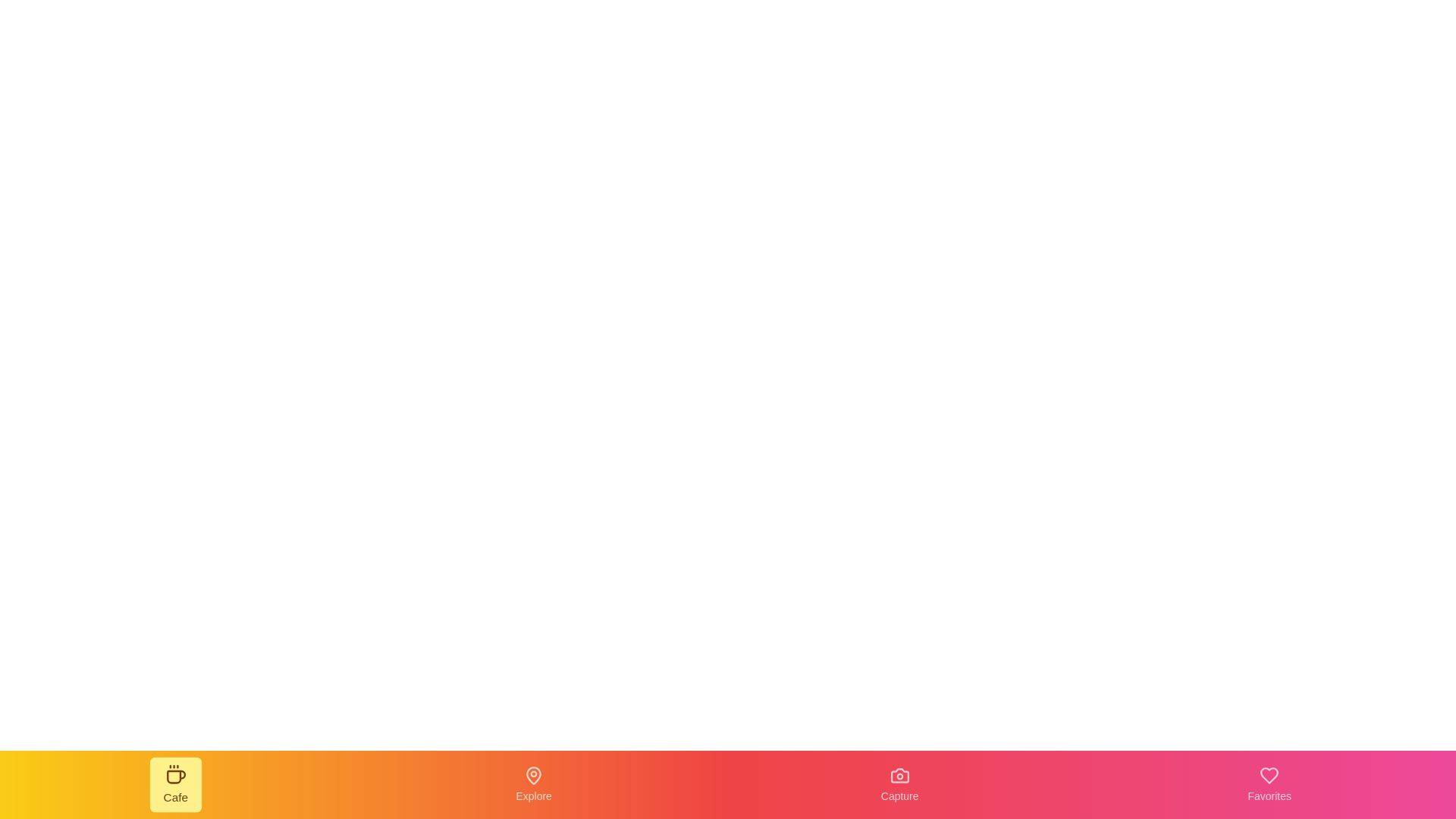 This screenshot has width=1456, height=819. What do you see at coordinates (534, 784) in the screenshot?
I see `the navigation item labeled Explore` at bounding box center [534, 784].